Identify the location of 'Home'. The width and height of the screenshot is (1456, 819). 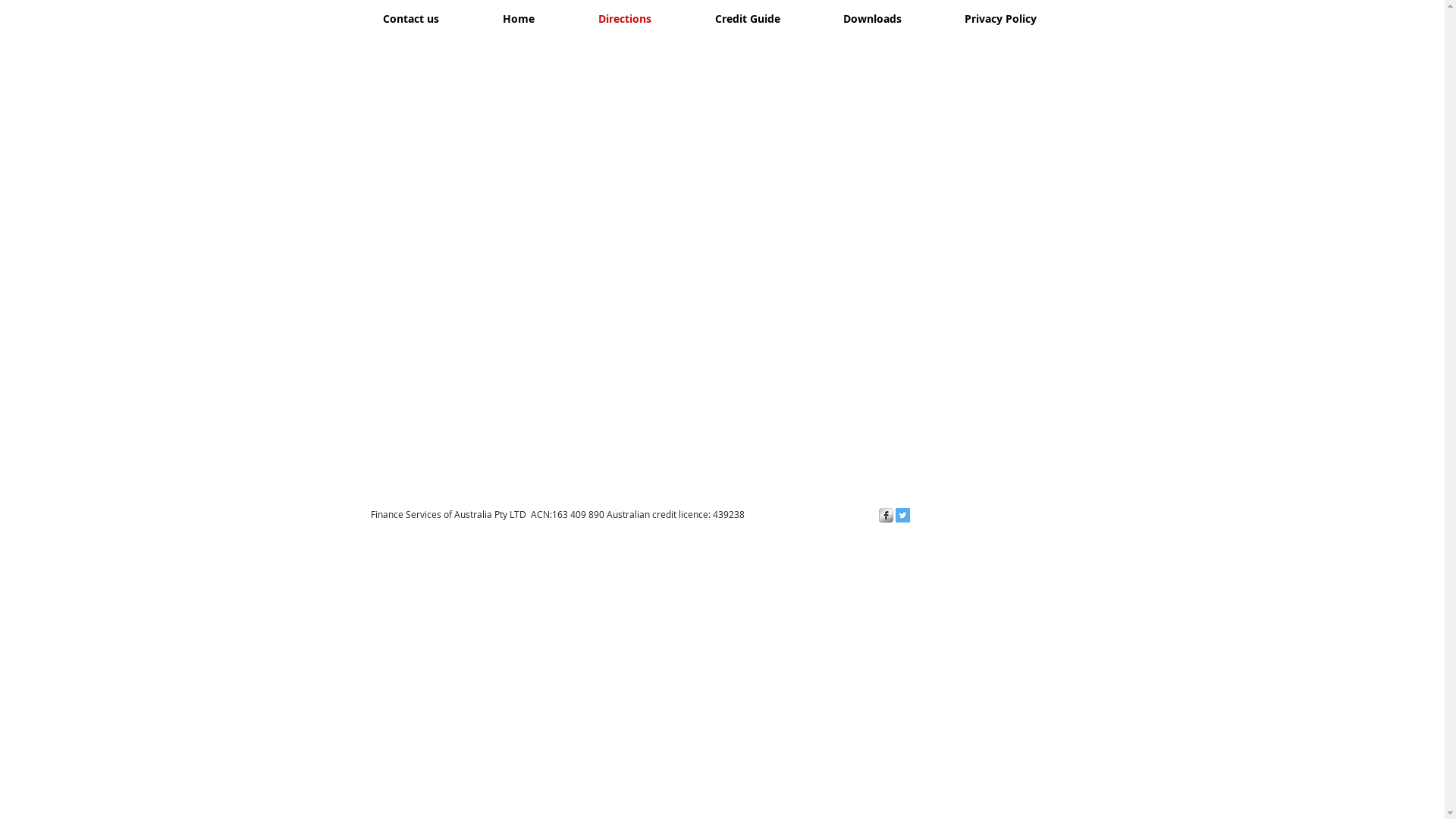
(517, 18).